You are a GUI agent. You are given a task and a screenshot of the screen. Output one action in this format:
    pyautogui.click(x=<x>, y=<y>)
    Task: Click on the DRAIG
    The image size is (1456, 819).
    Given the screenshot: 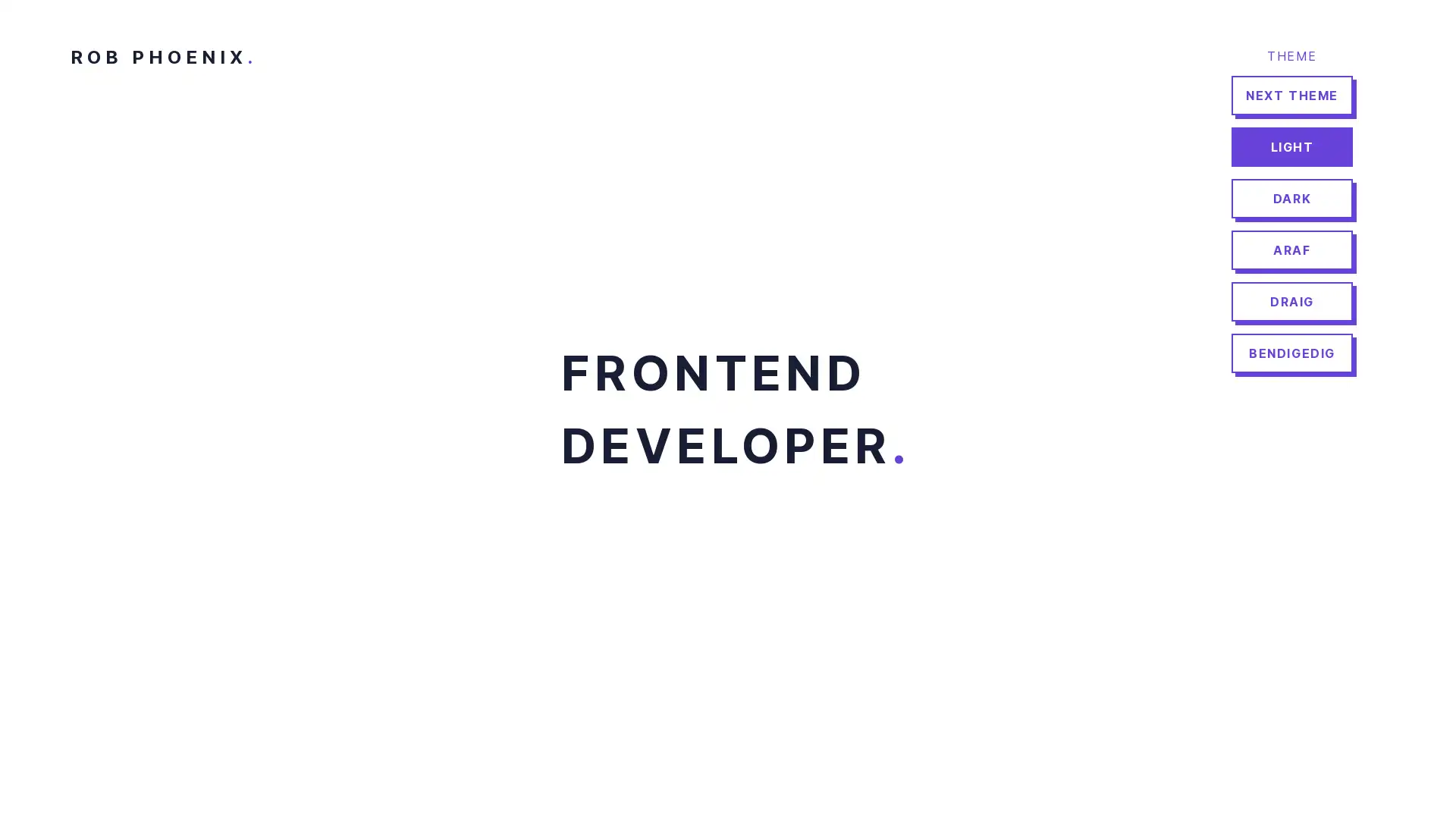 What is the action you would take?
    pyautogui.click(x=1291, y=301)
    